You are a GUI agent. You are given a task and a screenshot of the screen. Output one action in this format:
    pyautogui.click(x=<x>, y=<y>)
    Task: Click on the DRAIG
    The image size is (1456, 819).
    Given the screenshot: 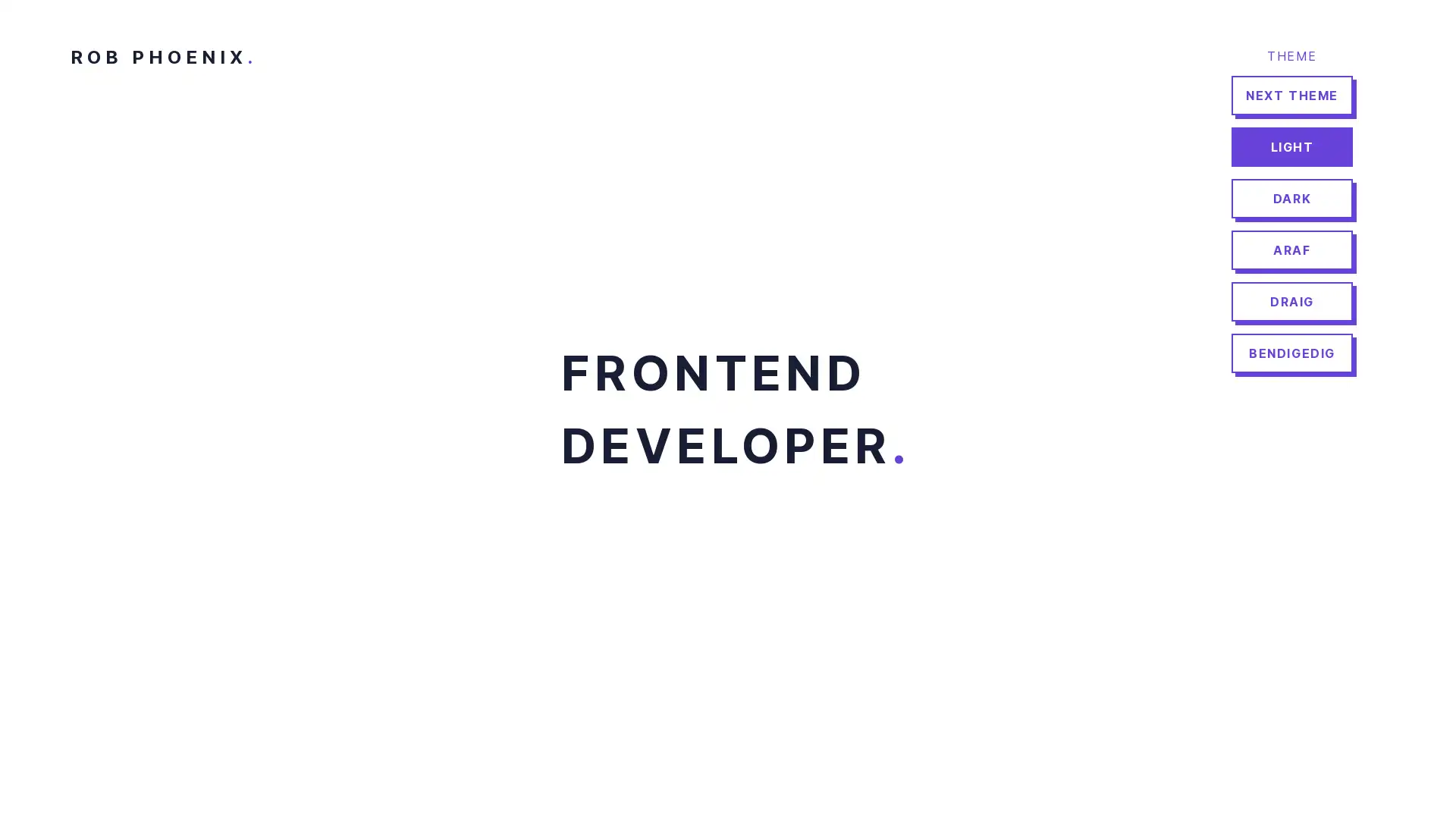 What is the action you would take?
    pyautogui.click(x=1291, y=301)
    